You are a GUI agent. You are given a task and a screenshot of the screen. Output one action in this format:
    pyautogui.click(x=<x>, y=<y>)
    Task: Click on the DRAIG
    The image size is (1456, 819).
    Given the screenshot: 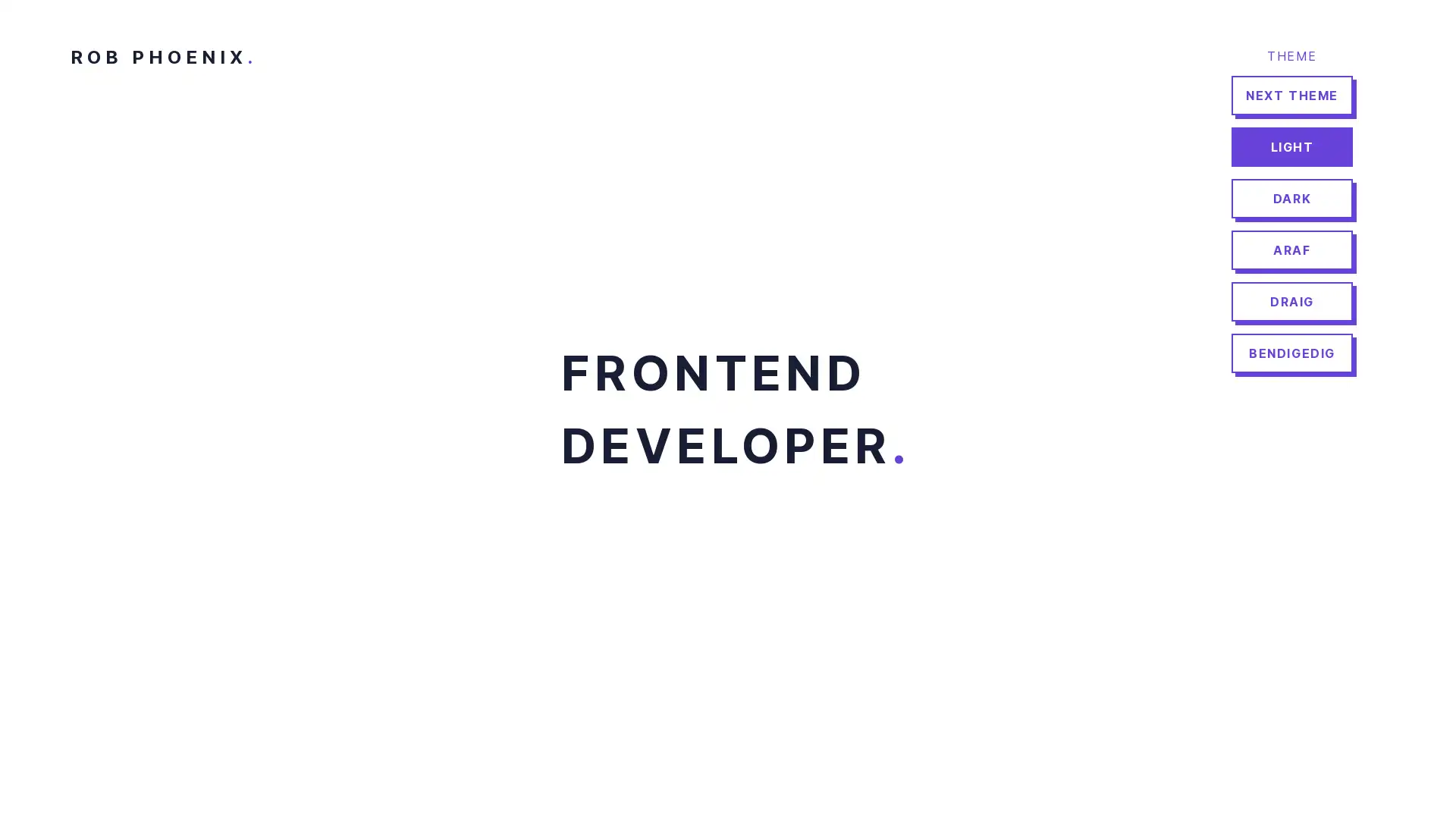 What is the action you would take?
    pyautogui.click(x=1291, y=301)
    